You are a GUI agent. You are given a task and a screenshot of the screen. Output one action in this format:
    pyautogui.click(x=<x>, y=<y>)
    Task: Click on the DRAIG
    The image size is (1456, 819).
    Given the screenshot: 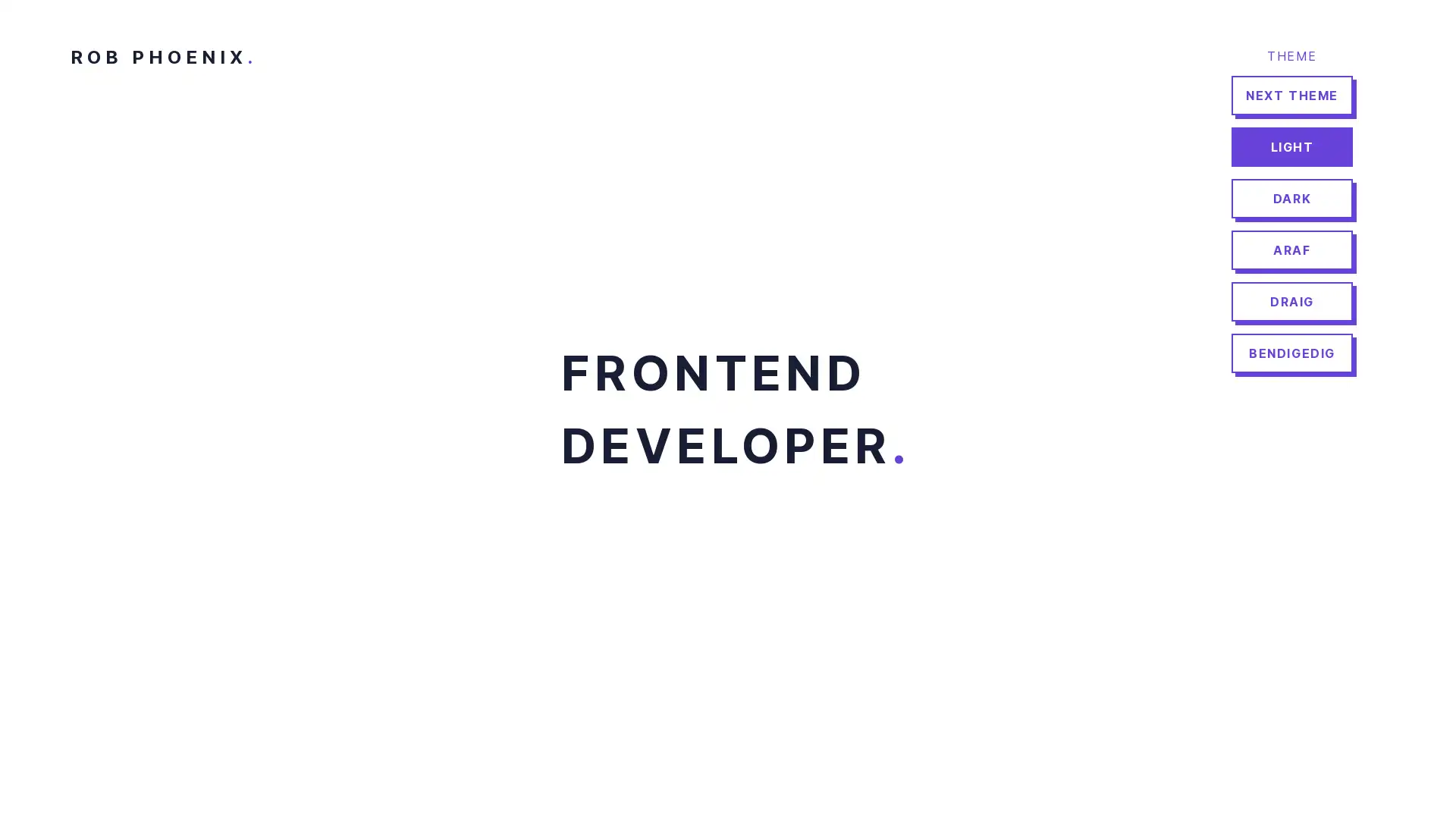 What is the action you would take?
    pyautogui.click(x=1291, y=301)
    